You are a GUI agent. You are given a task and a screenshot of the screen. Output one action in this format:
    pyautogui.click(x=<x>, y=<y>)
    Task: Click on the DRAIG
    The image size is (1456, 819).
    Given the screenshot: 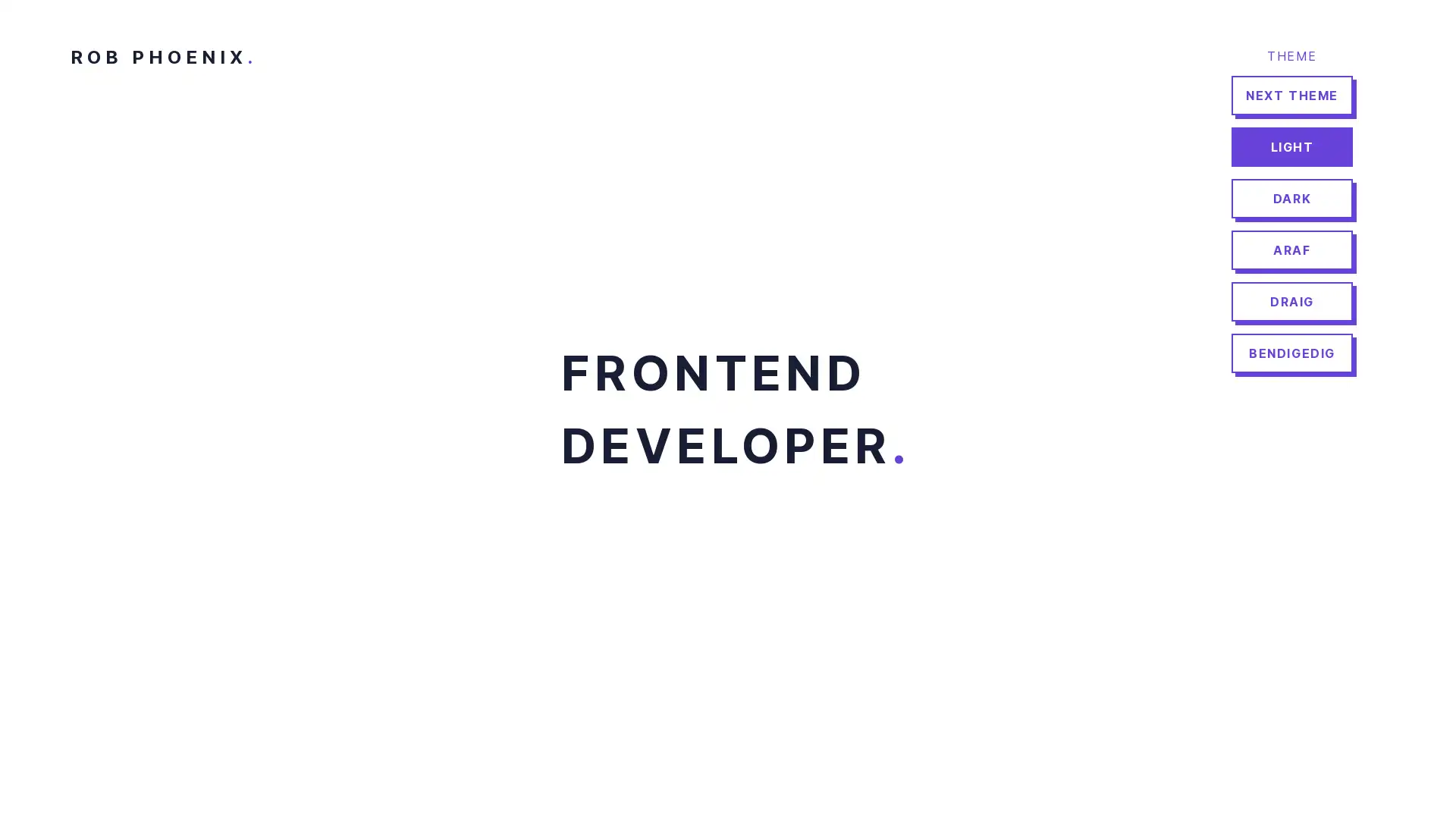 What is the action you would take?
    pyautogui.click(x=1291, y=301)
    